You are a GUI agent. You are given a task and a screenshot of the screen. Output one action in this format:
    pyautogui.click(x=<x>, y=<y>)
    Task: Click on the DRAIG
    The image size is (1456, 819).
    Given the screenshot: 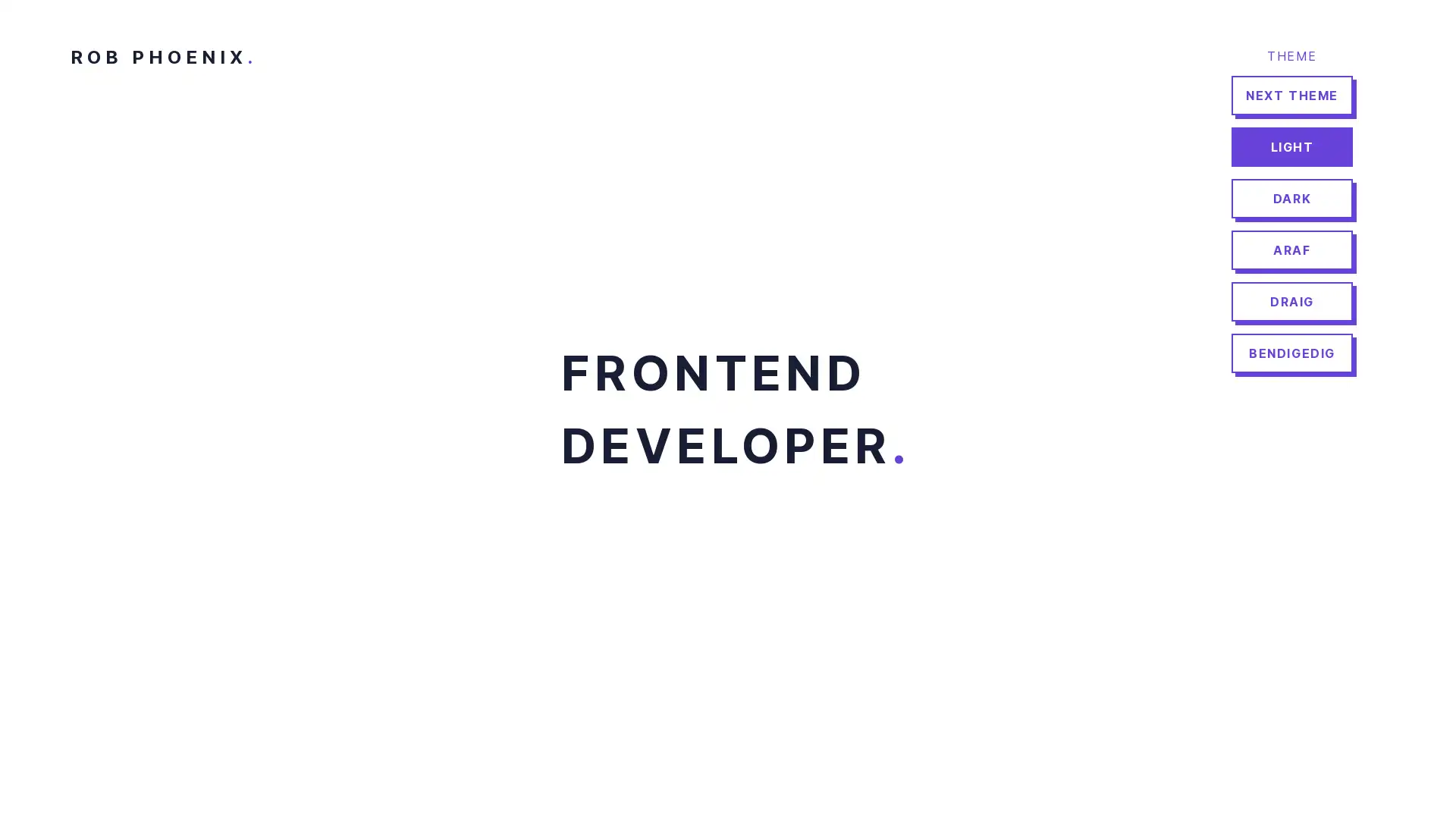 What is the action you would take?
    pyautogui.click(x=1291, y=301)
    